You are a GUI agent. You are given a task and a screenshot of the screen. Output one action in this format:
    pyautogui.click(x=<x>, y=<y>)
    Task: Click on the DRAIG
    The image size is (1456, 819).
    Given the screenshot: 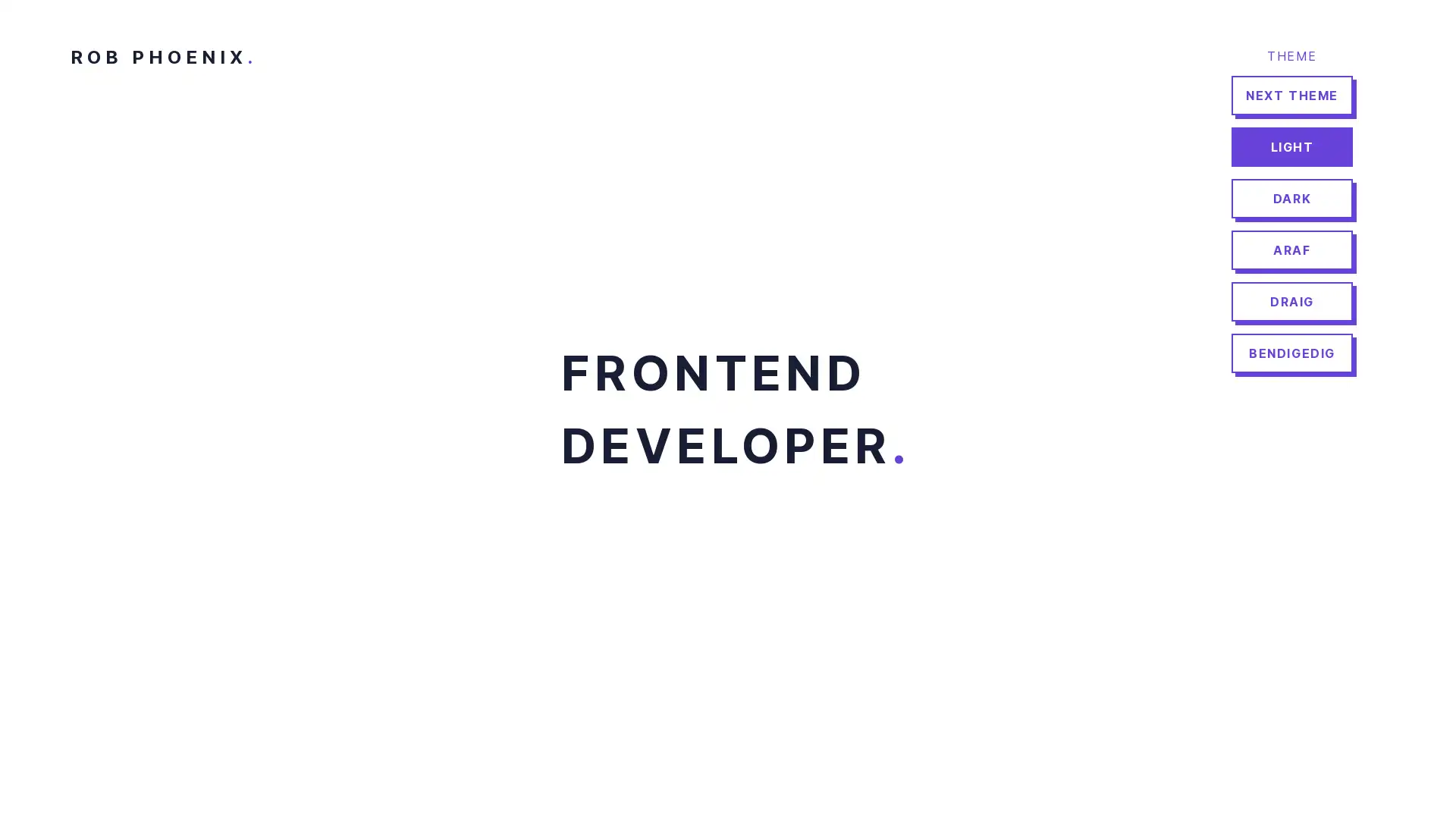 What is the action you would take?
    pyautogui.click(x=1291, y=301)
    